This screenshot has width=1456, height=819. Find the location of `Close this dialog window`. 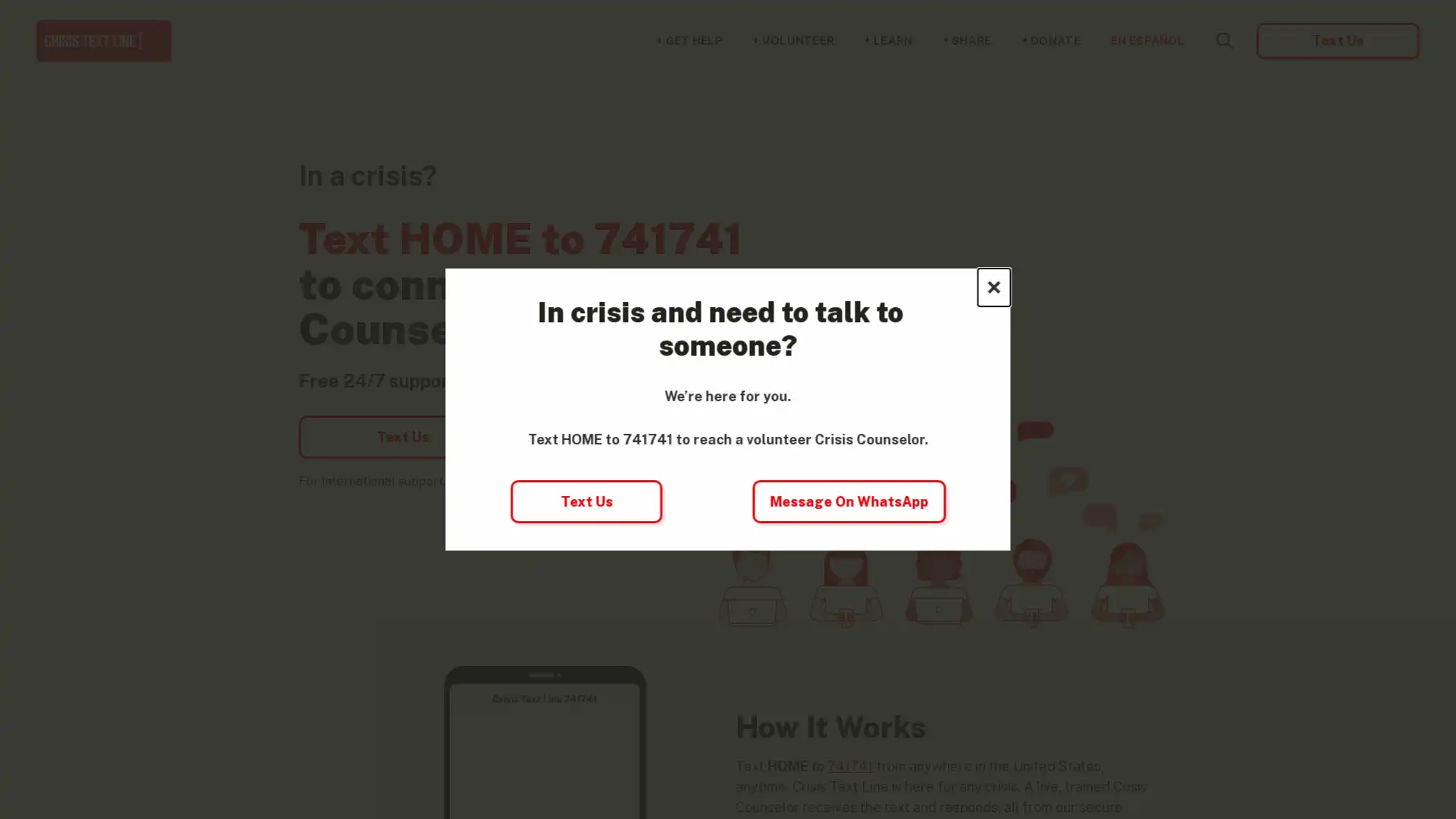

Close this dialog window is located at coordinates (993, 287).